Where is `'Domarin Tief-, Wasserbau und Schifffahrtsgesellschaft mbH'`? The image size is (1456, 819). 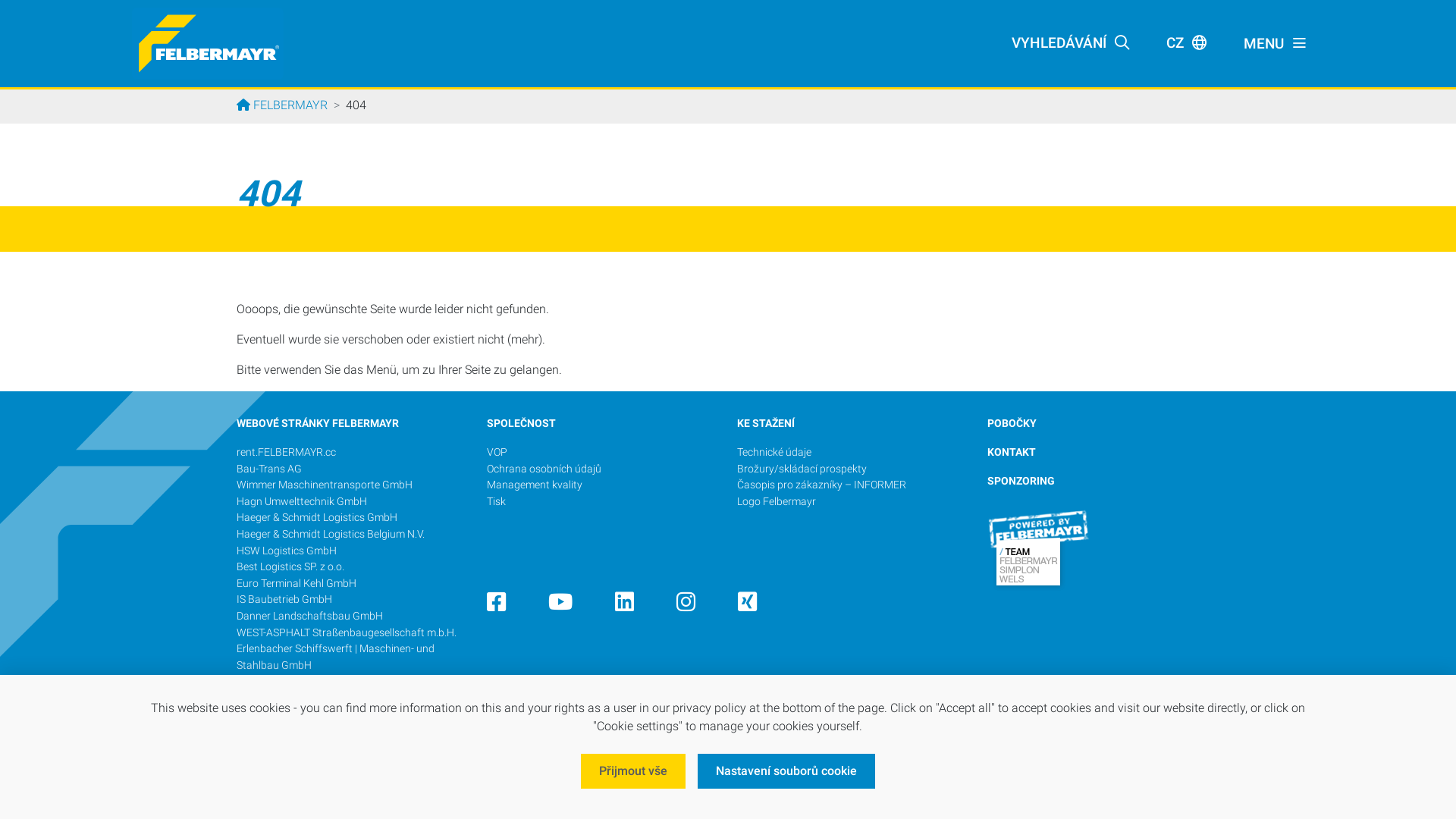 'Domarin Tief-, Wasserbau und Schifffahrtsgesellschaft mbH' is located at coordinates (306, 689).